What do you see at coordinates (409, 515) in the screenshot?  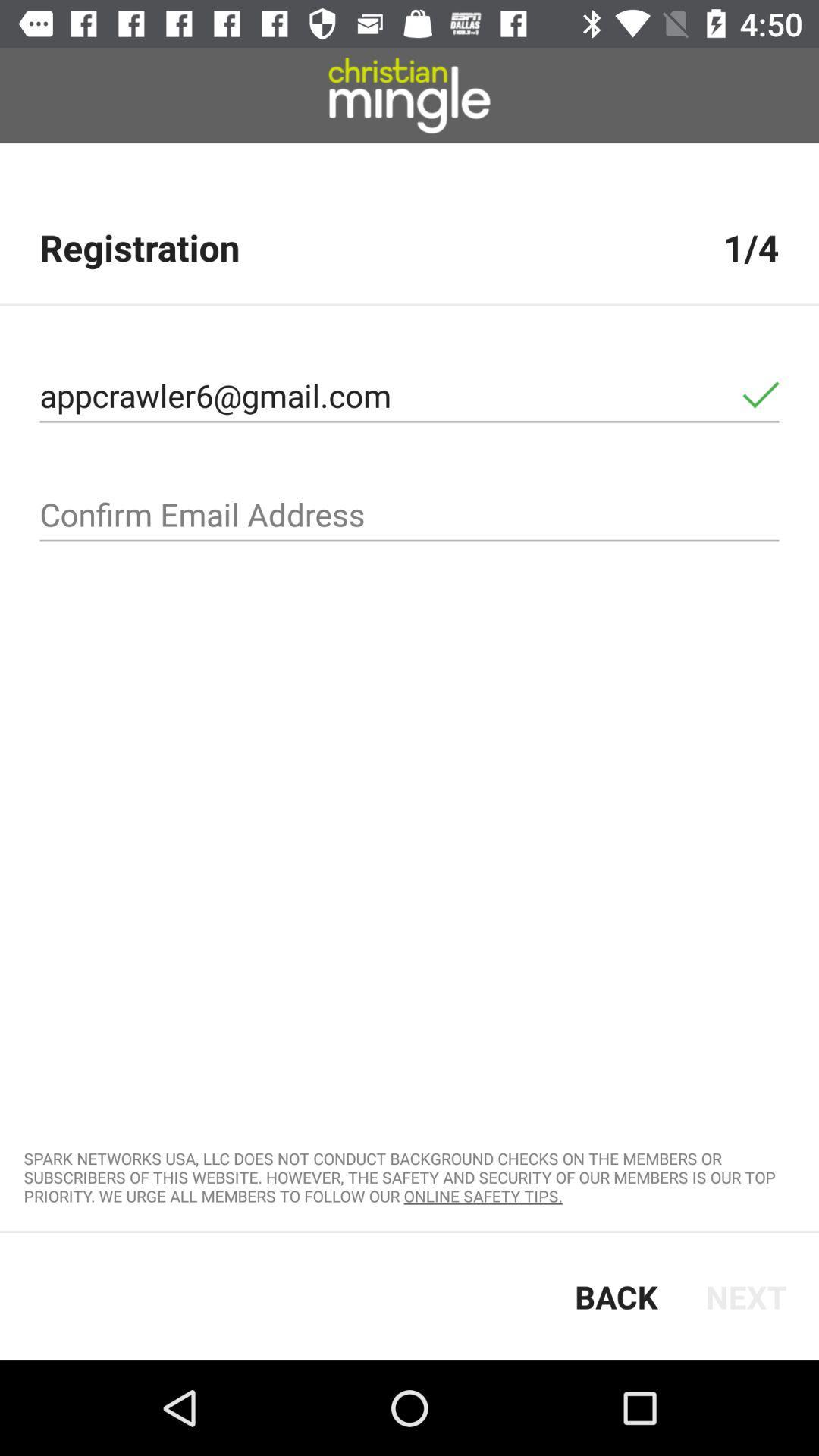 I see `re-enter address` at bounding box center [409, 515].